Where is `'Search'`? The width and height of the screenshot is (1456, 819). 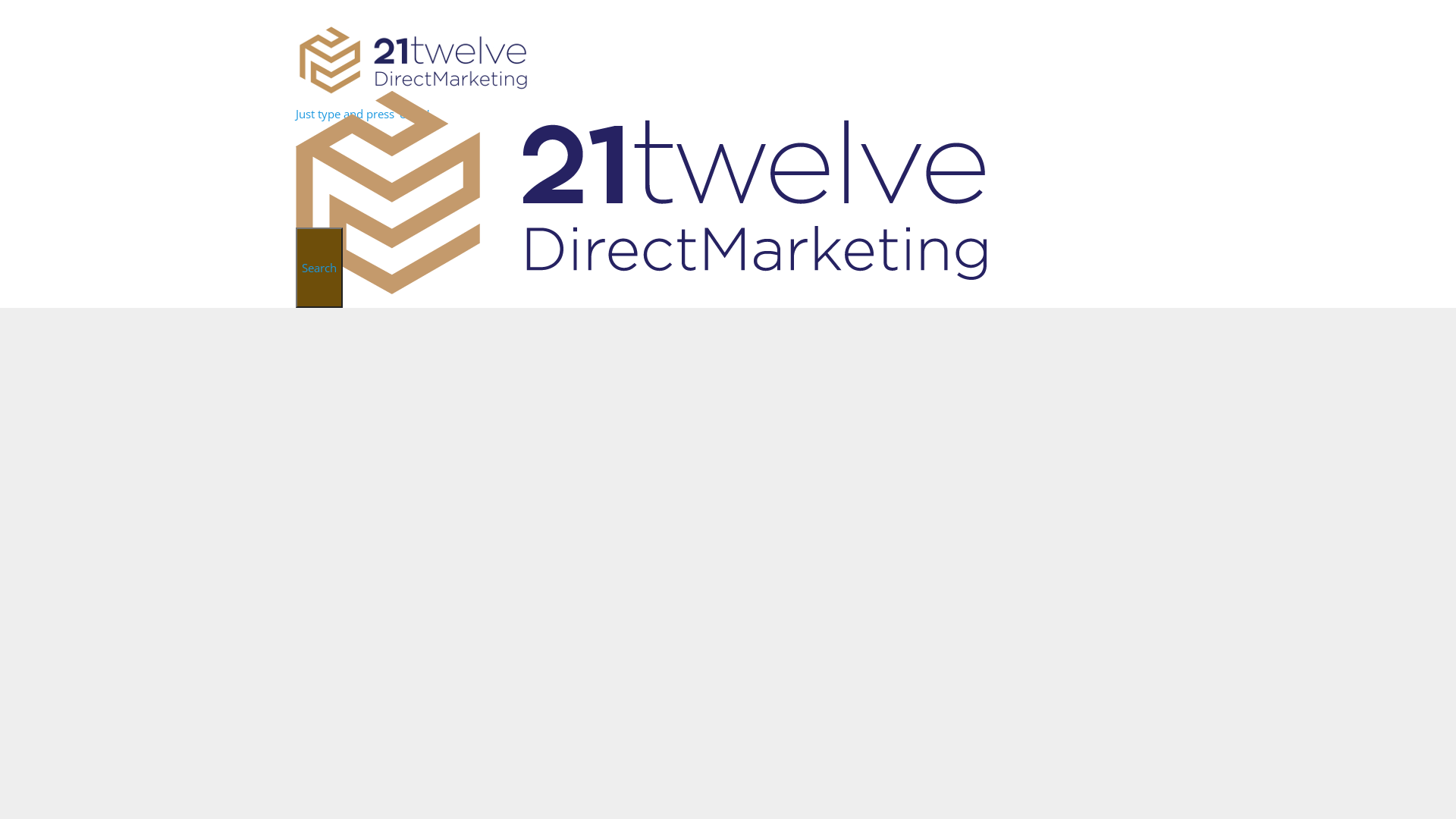 'Search' is located at coordinates (318, 267).